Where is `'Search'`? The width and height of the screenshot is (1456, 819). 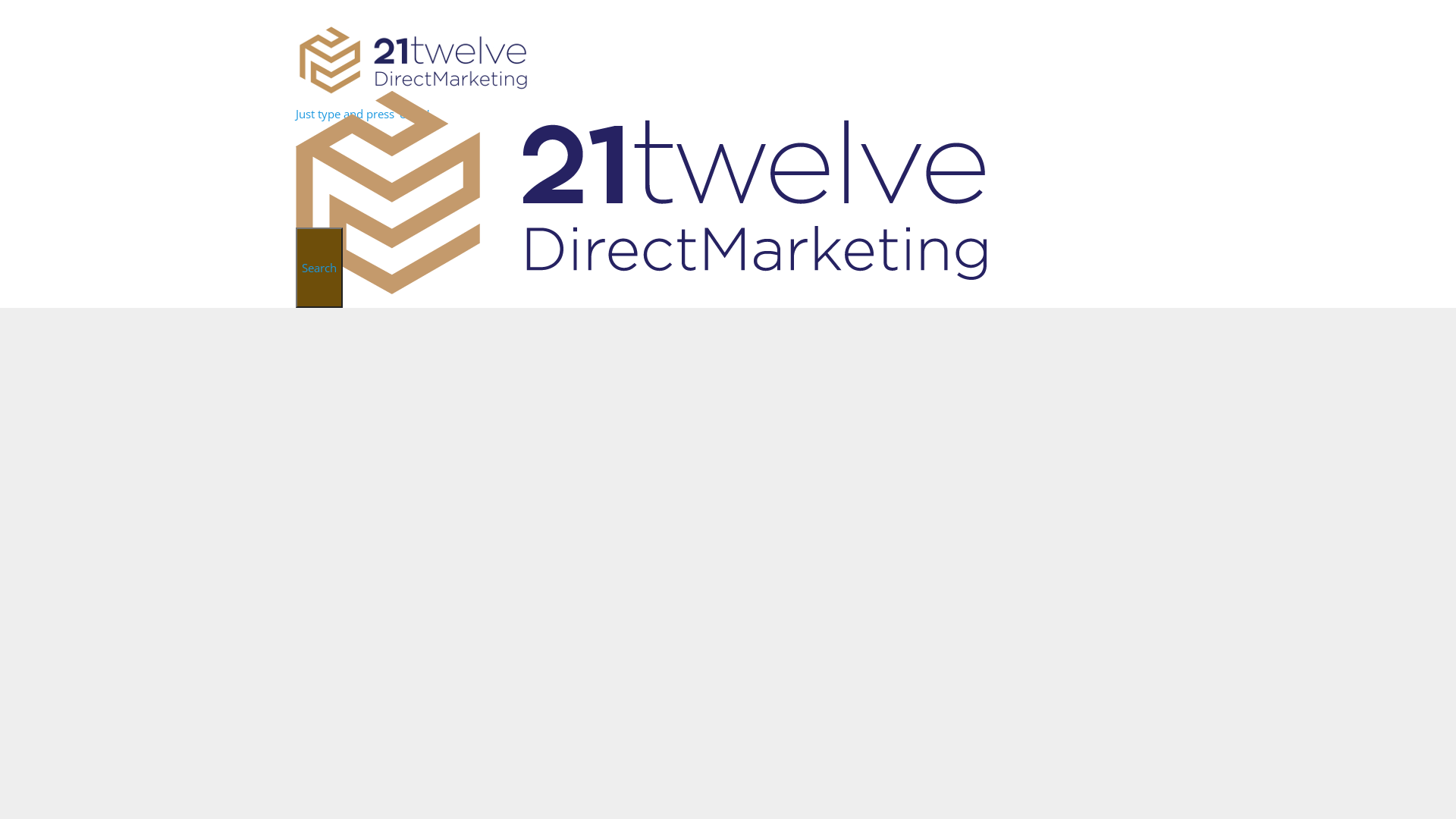 'Search' is located at coordinates (318, 267).